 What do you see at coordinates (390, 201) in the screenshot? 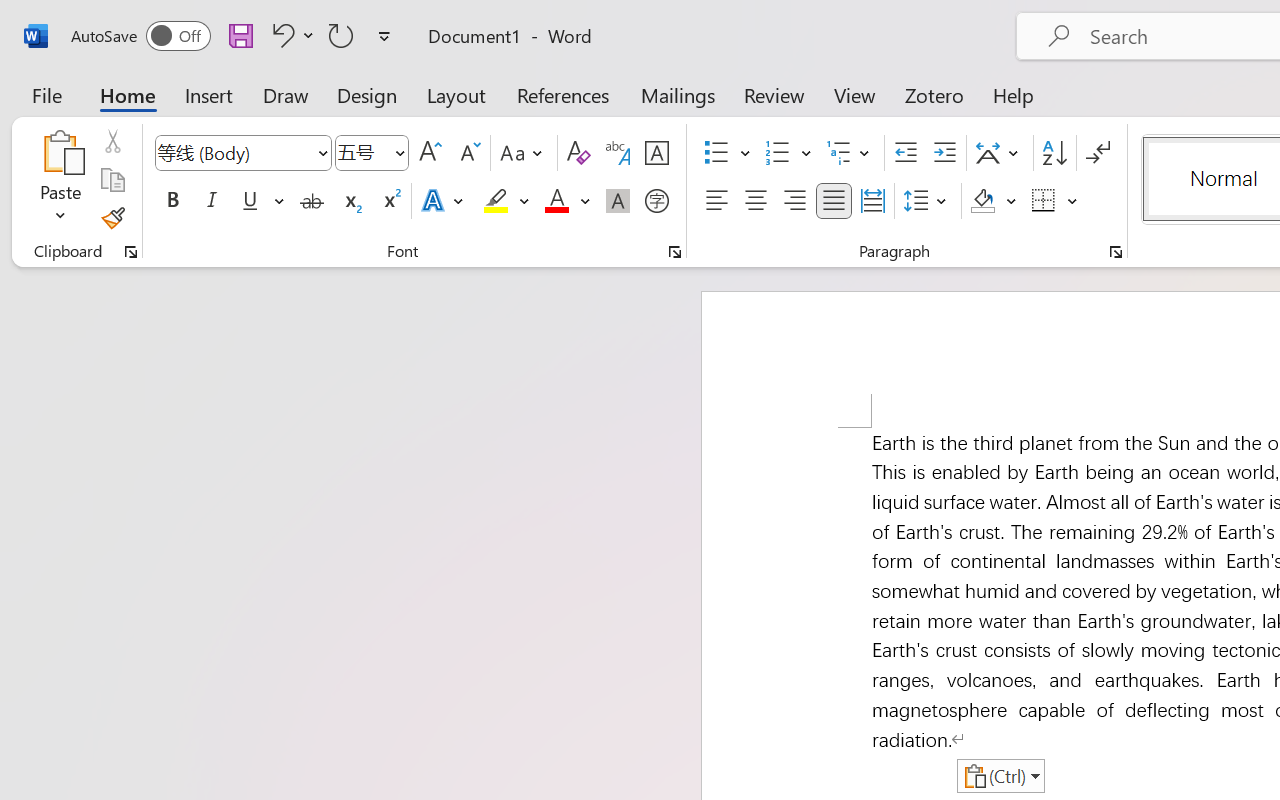
I see `'Superscript'` at bounding box center [390, 201].